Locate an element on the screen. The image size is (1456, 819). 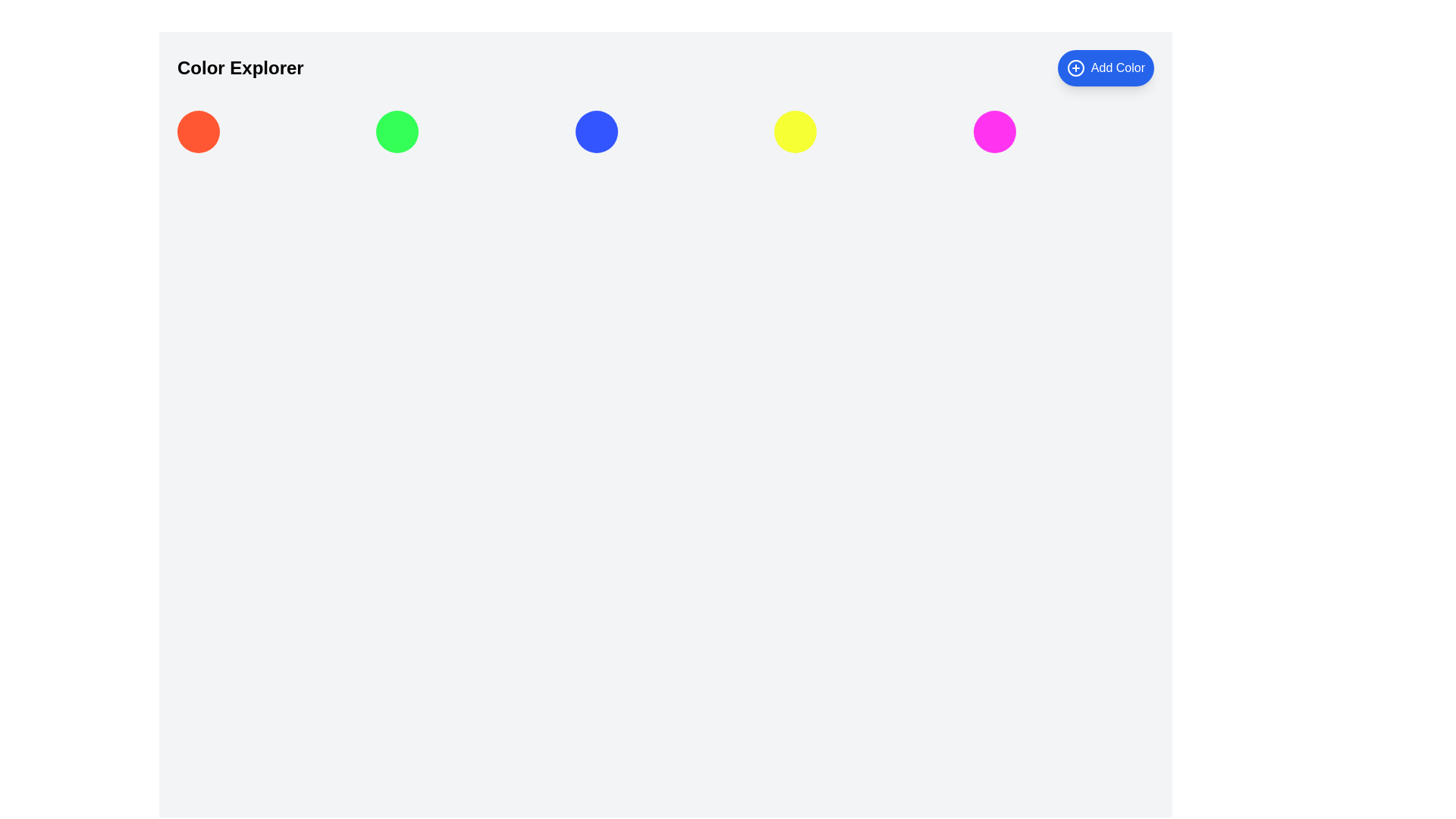
the fifth circular Selectable color option filled with bright magenta color, located under the title 'Color Explorer' is located at coordinates (994, 130).